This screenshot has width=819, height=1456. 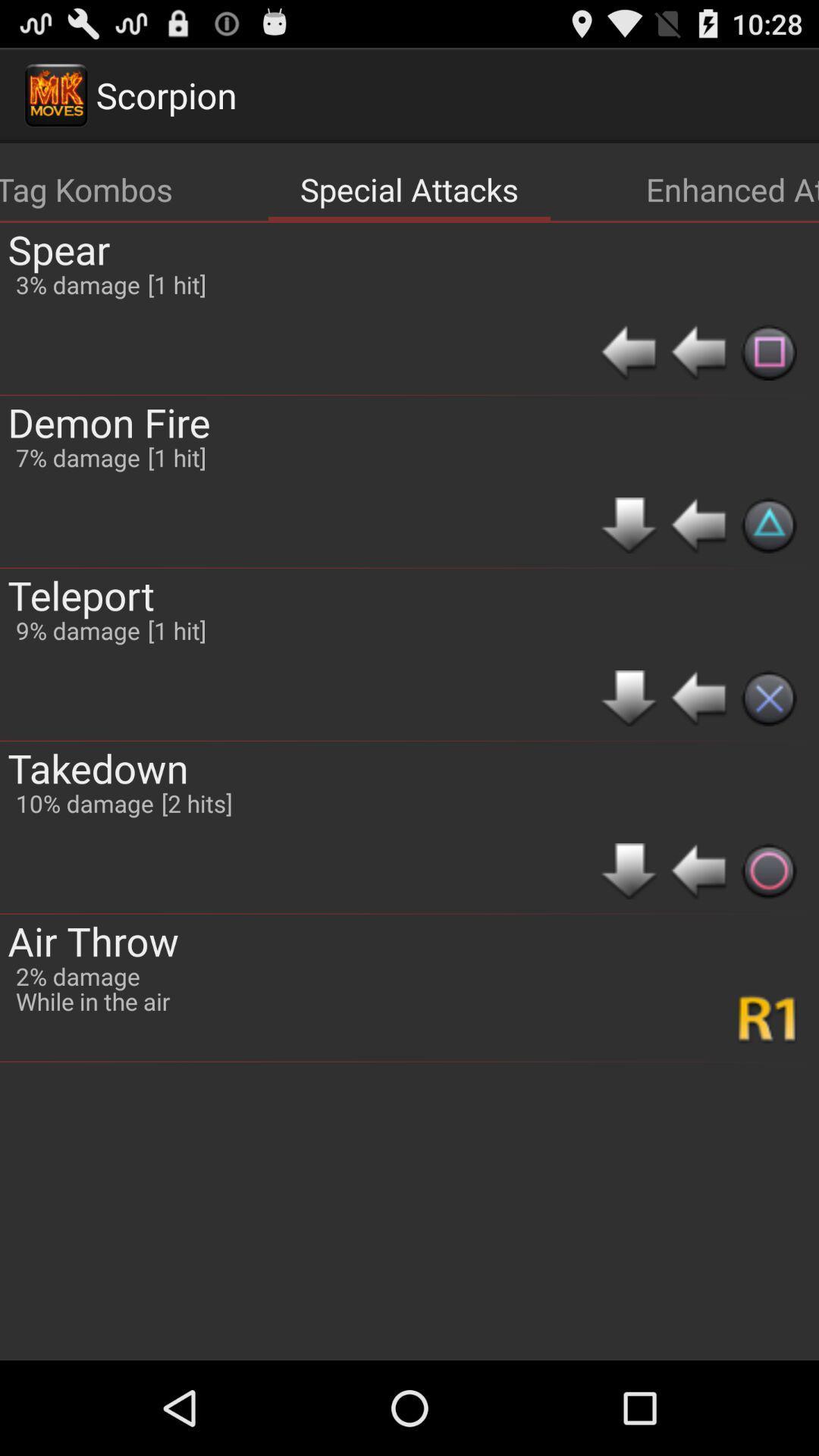 I want to click on the teleport item, so click(x=81, y=594).